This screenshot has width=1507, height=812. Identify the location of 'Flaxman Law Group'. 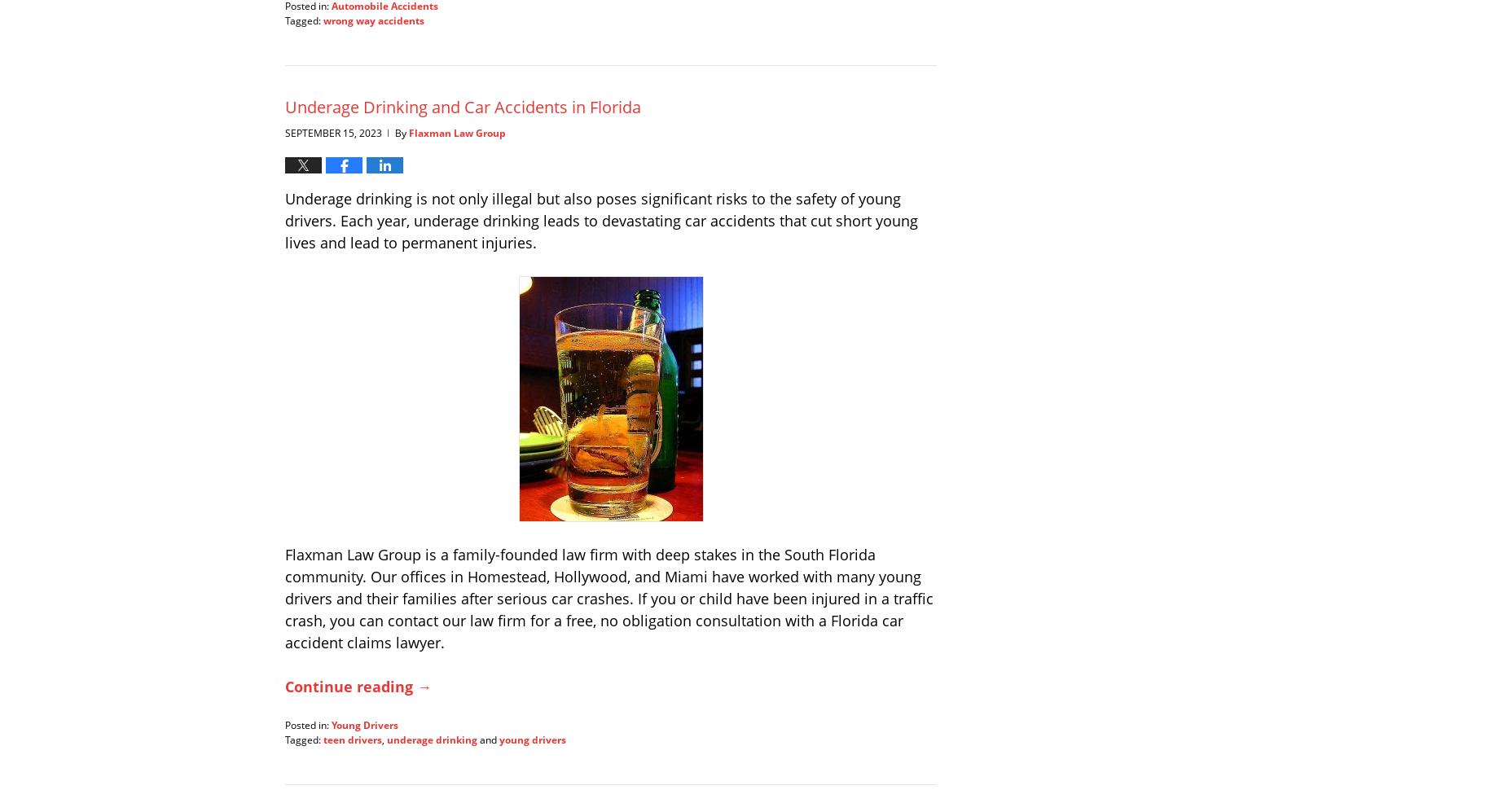
(457, 131).